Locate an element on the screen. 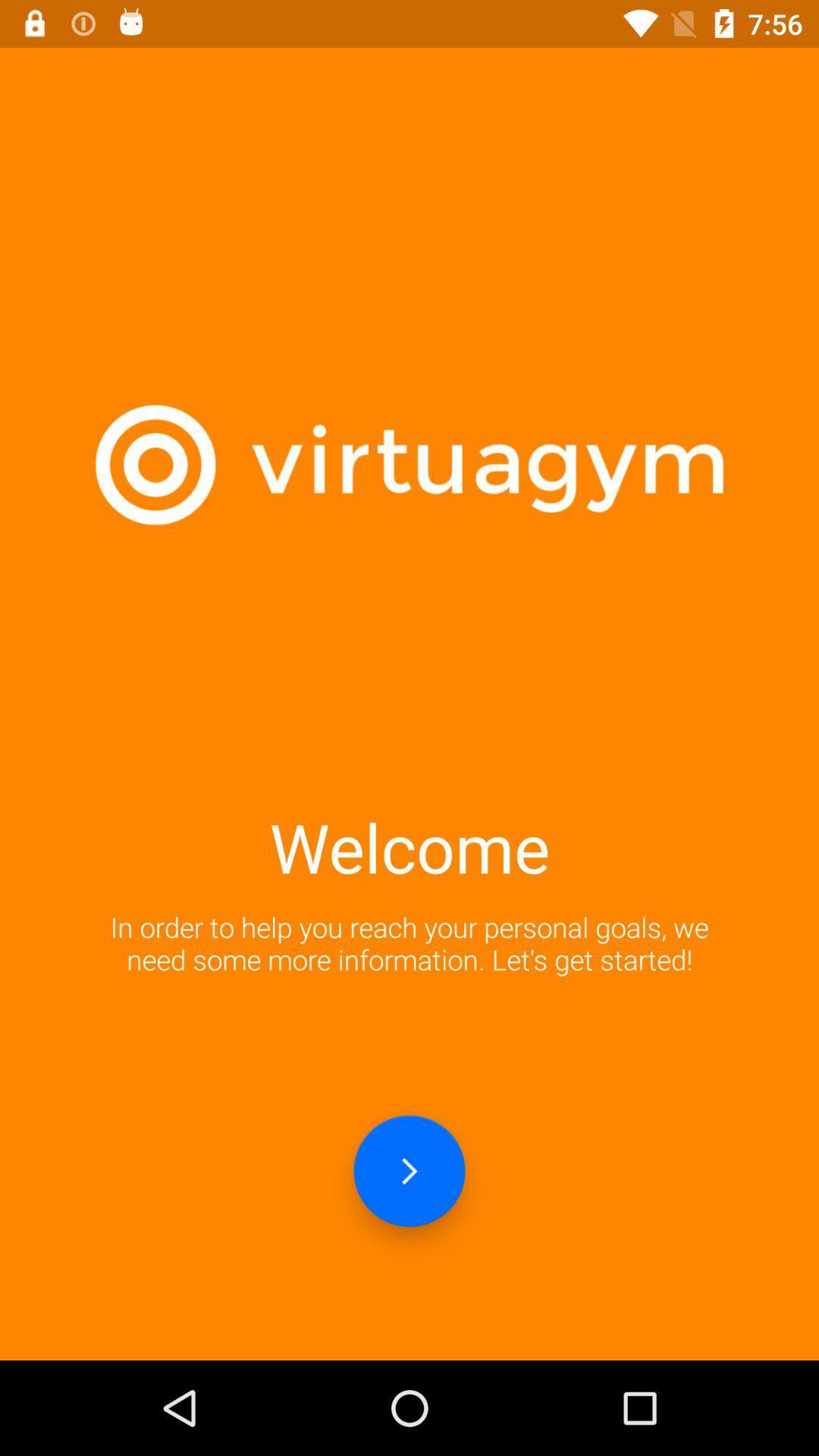  the arrow_forward icon is located at coordinates (409, 1170).